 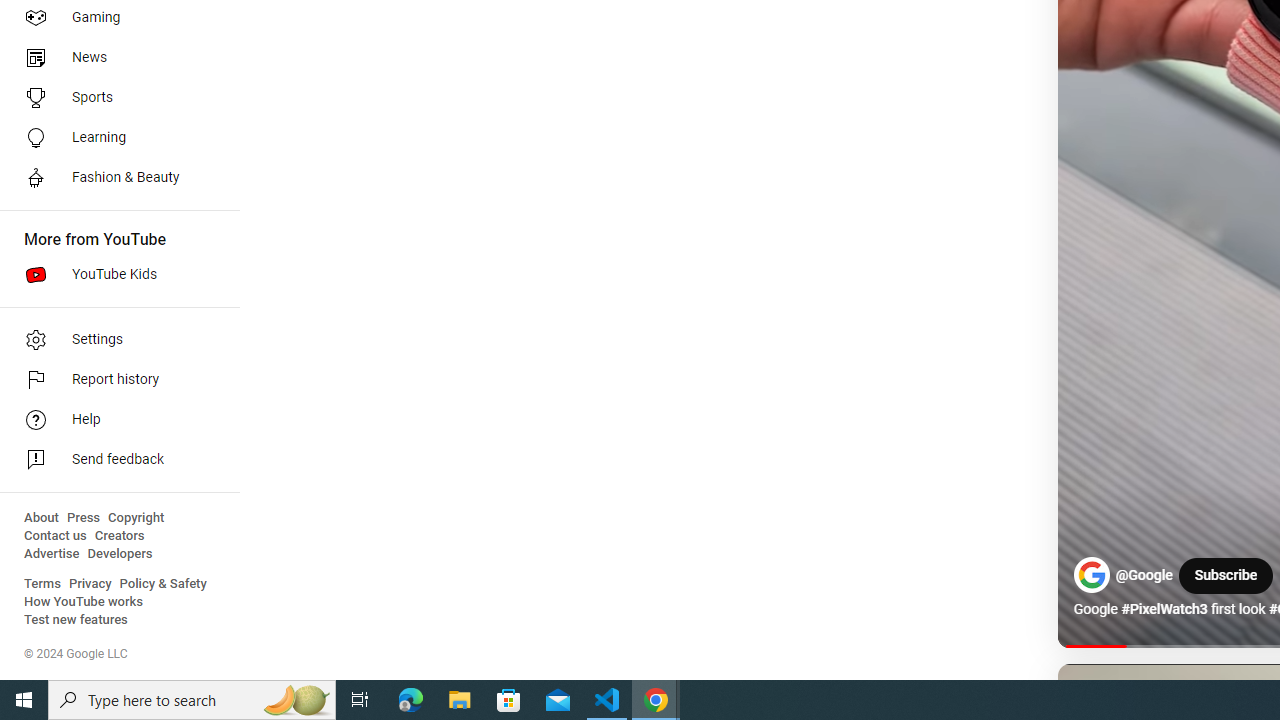 What do you see at coordinates (119, 554) in the screenshot?
I see `'Developers'` at bounding box center [119, 554].